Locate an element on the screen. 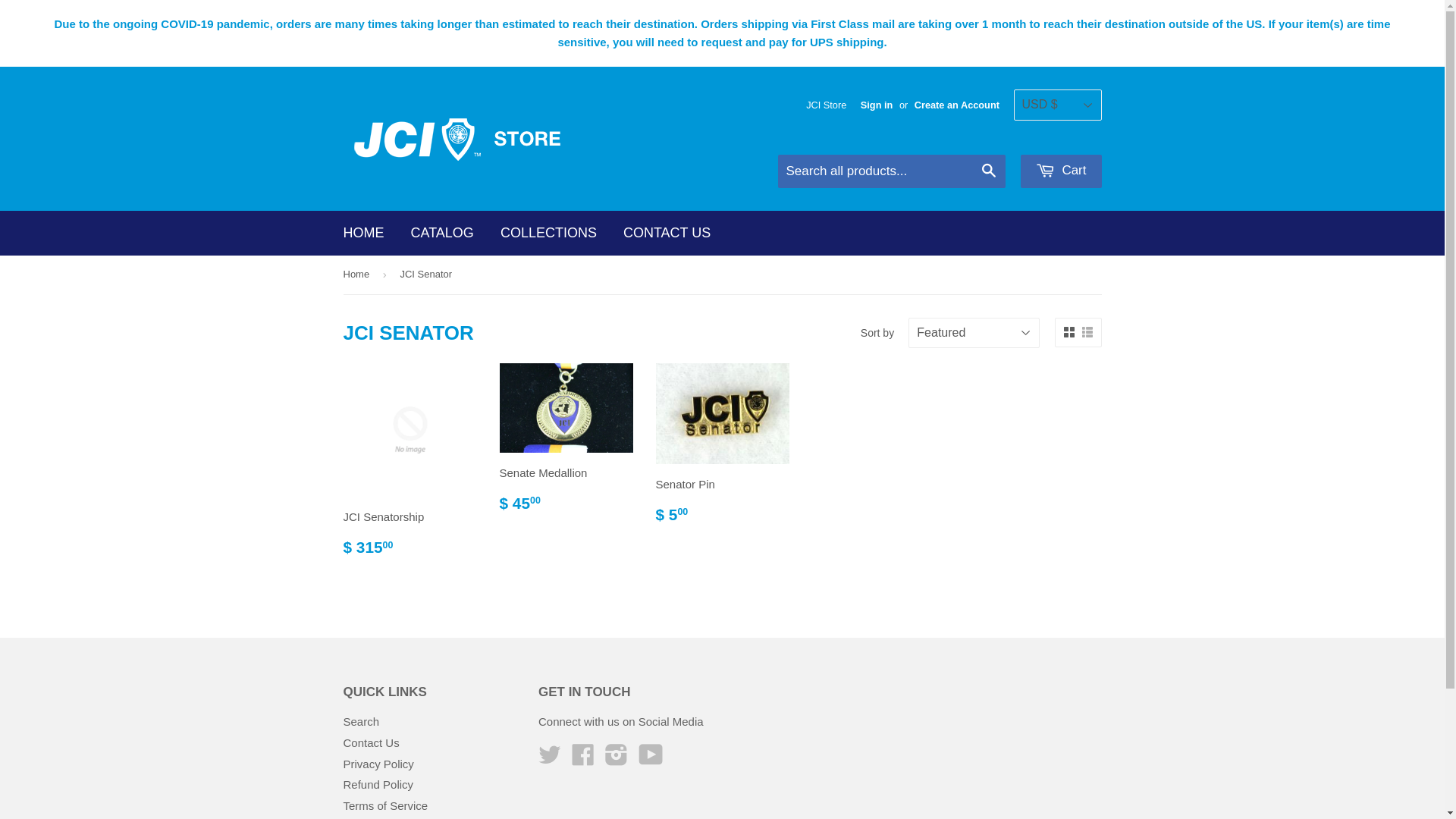  'YouTube' is located at coordinates (651, 759).